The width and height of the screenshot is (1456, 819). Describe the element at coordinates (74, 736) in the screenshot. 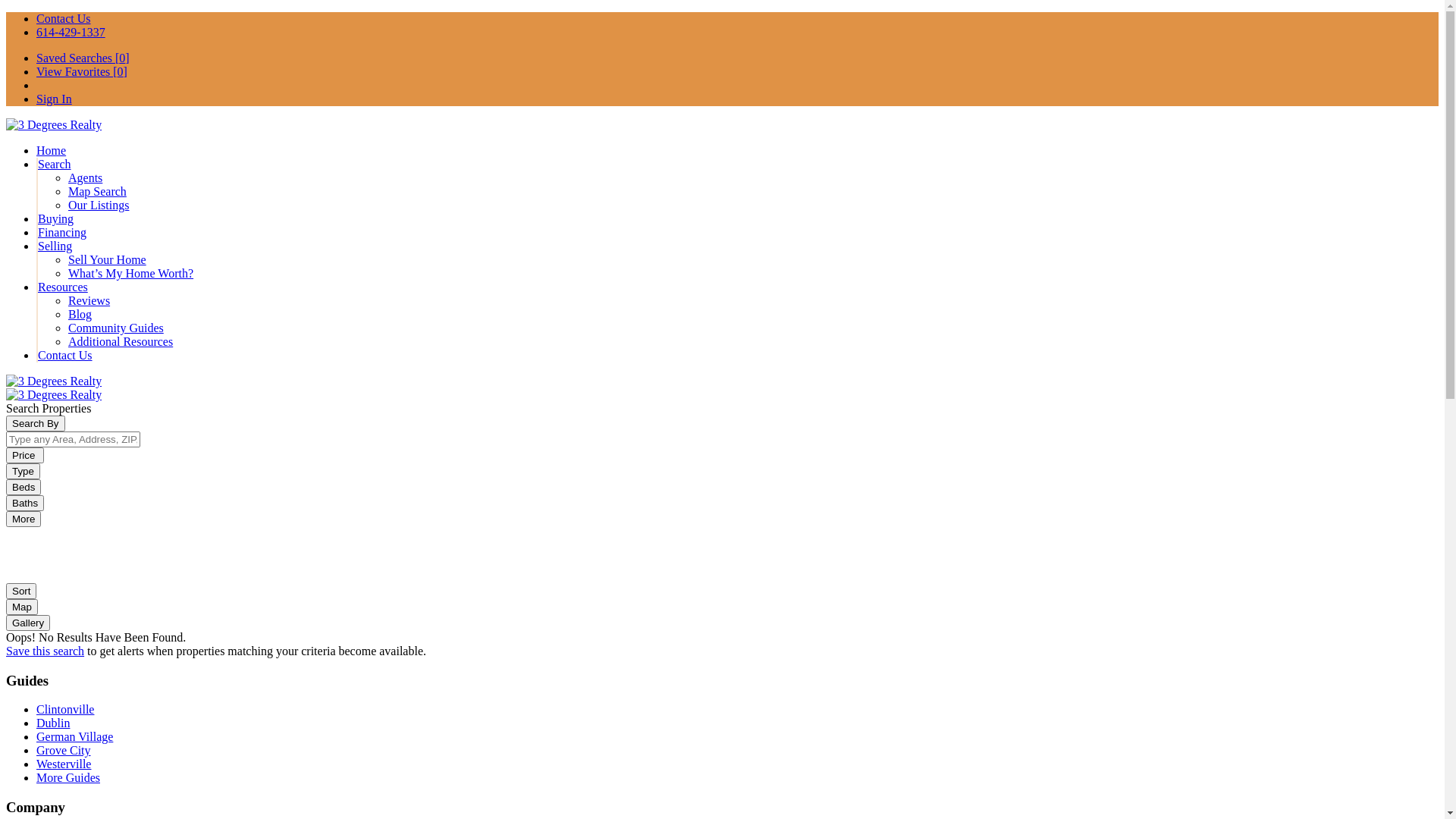

I see `'German Village'` at that location.